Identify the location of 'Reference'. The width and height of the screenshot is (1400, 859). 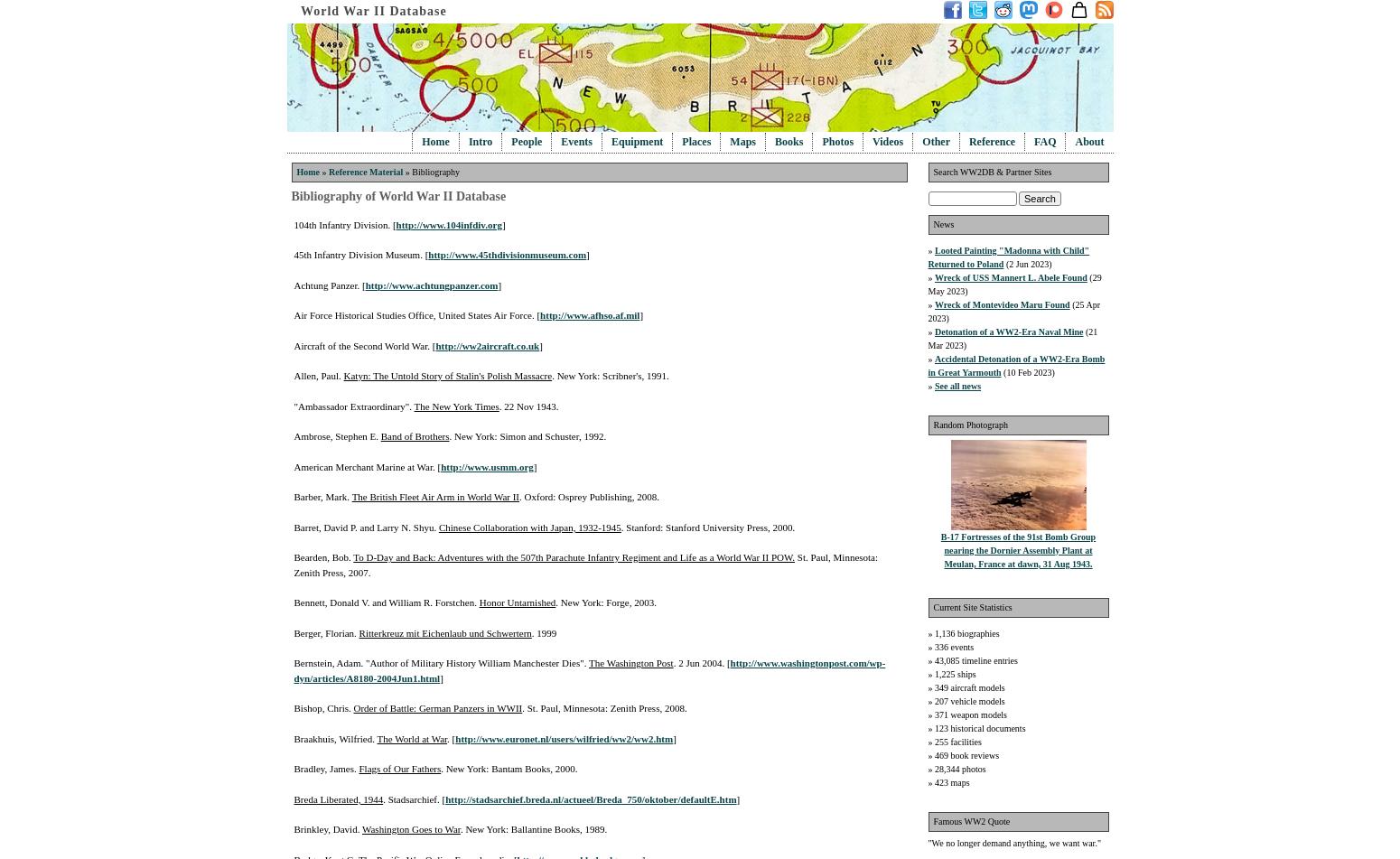
(991, 142).